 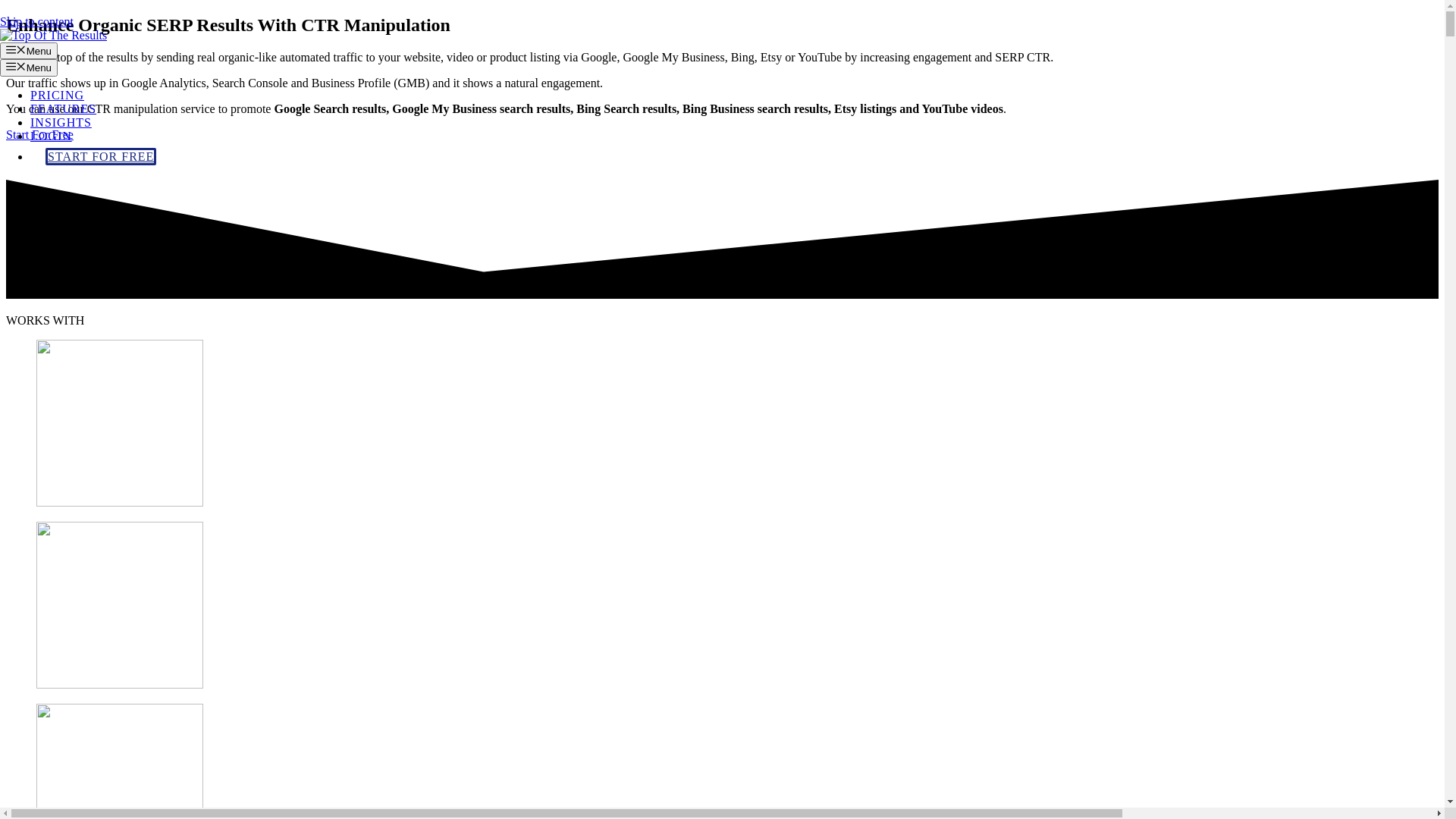 What do you see at coordinates (61, 121) in the screenshot?
I see `'INSIGHTS'` at bounding box center [61, 121].